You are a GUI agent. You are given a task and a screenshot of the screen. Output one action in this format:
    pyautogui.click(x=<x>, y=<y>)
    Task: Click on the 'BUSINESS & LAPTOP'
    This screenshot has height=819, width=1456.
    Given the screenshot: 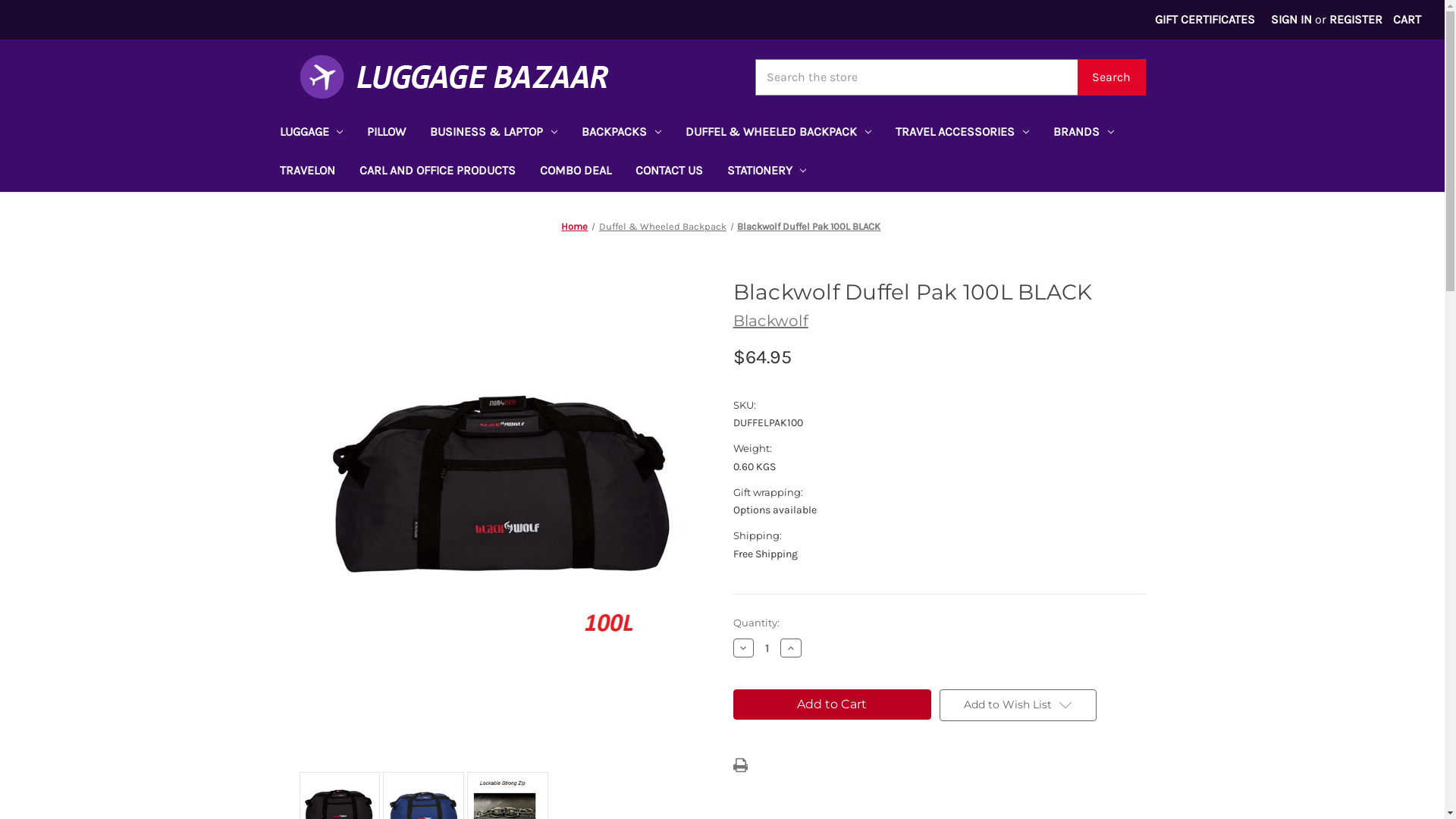 What is the action you would take?
    pyautogui.click(x=494, y=133)
    